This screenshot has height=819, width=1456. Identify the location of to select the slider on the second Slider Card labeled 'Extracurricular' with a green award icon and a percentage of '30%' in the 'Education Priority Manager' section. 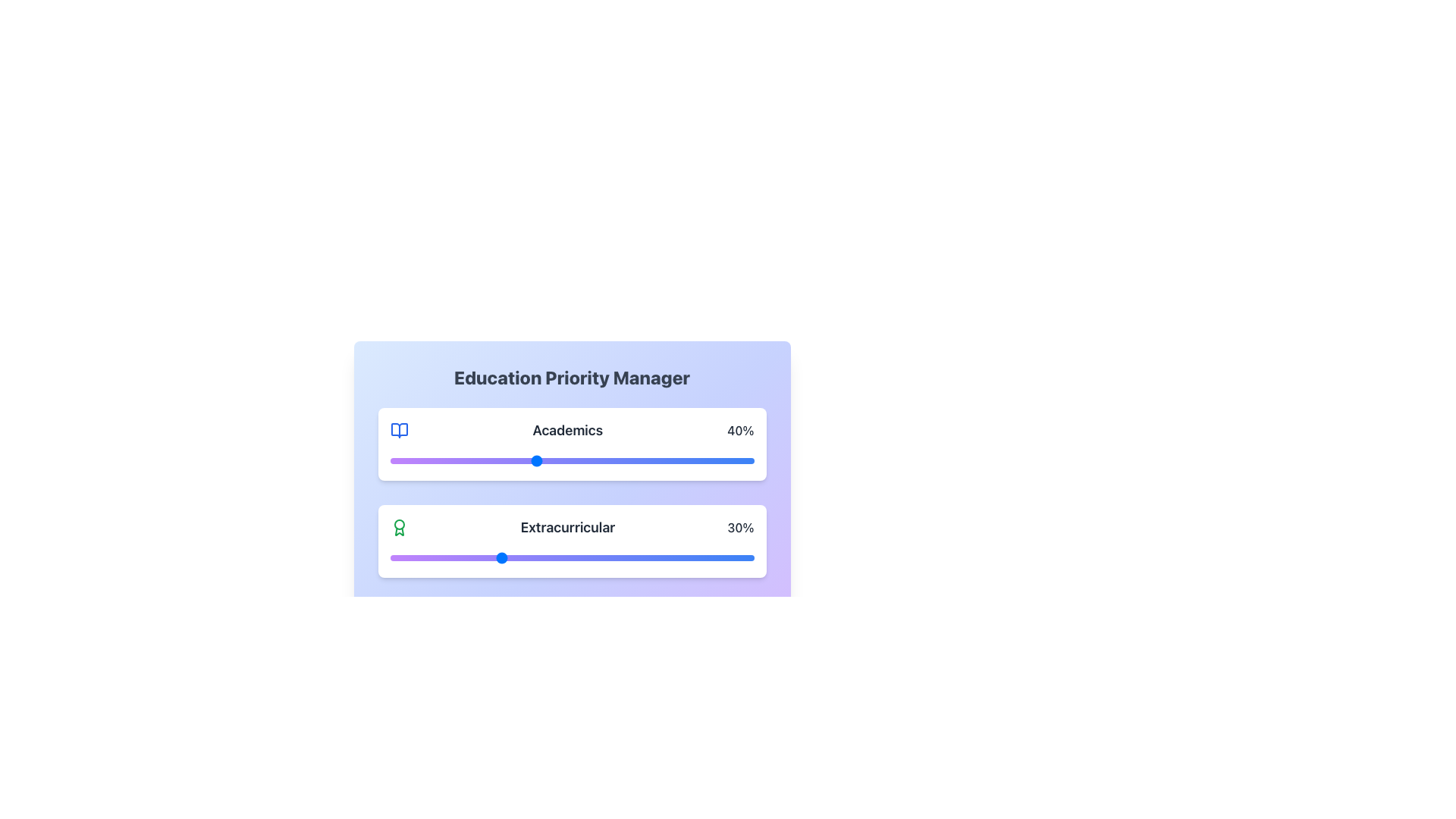
(571, 540).